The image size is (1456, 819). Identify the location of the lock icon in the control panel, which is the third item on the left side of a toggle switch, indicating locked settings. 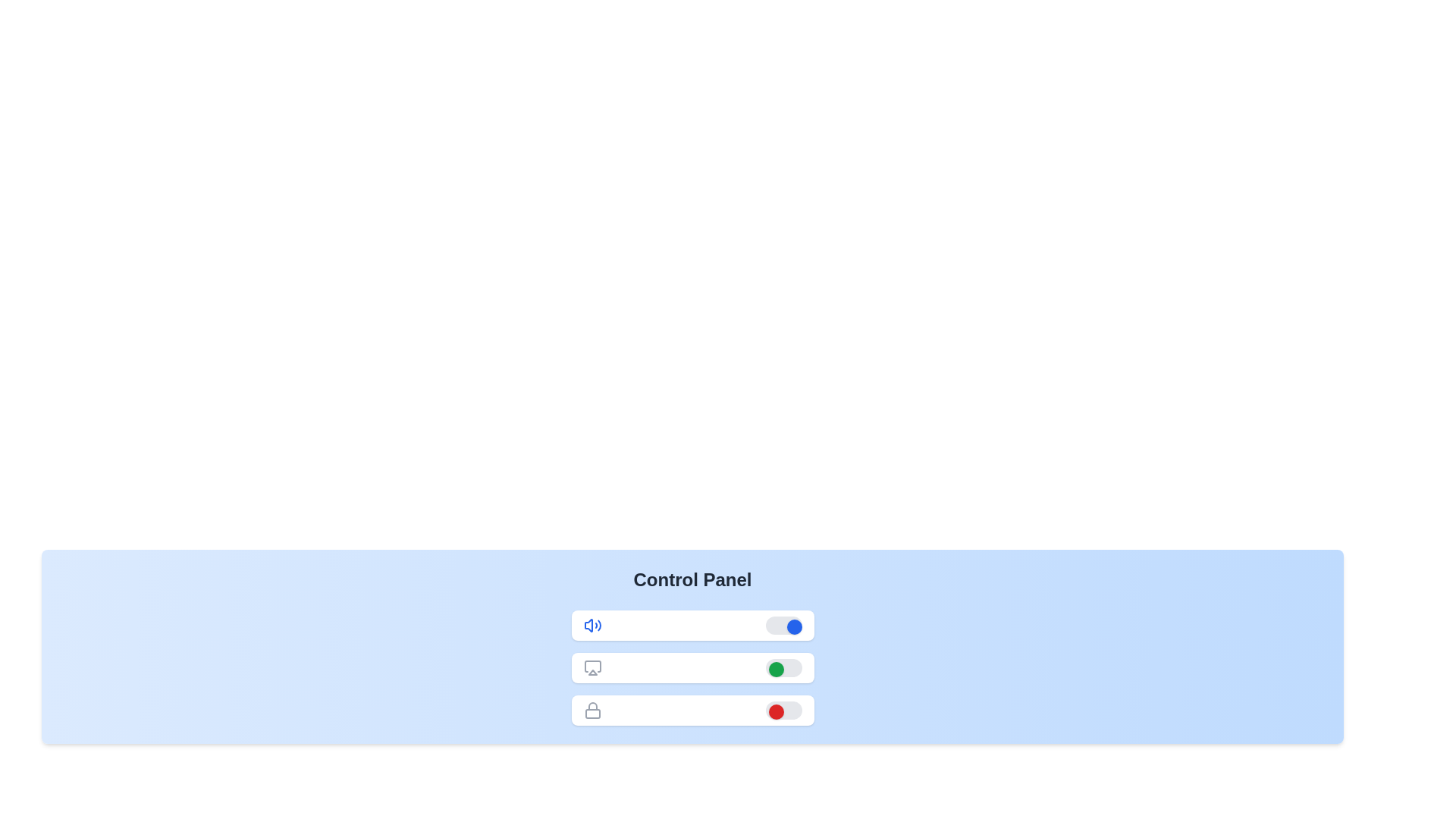
(591, 711).